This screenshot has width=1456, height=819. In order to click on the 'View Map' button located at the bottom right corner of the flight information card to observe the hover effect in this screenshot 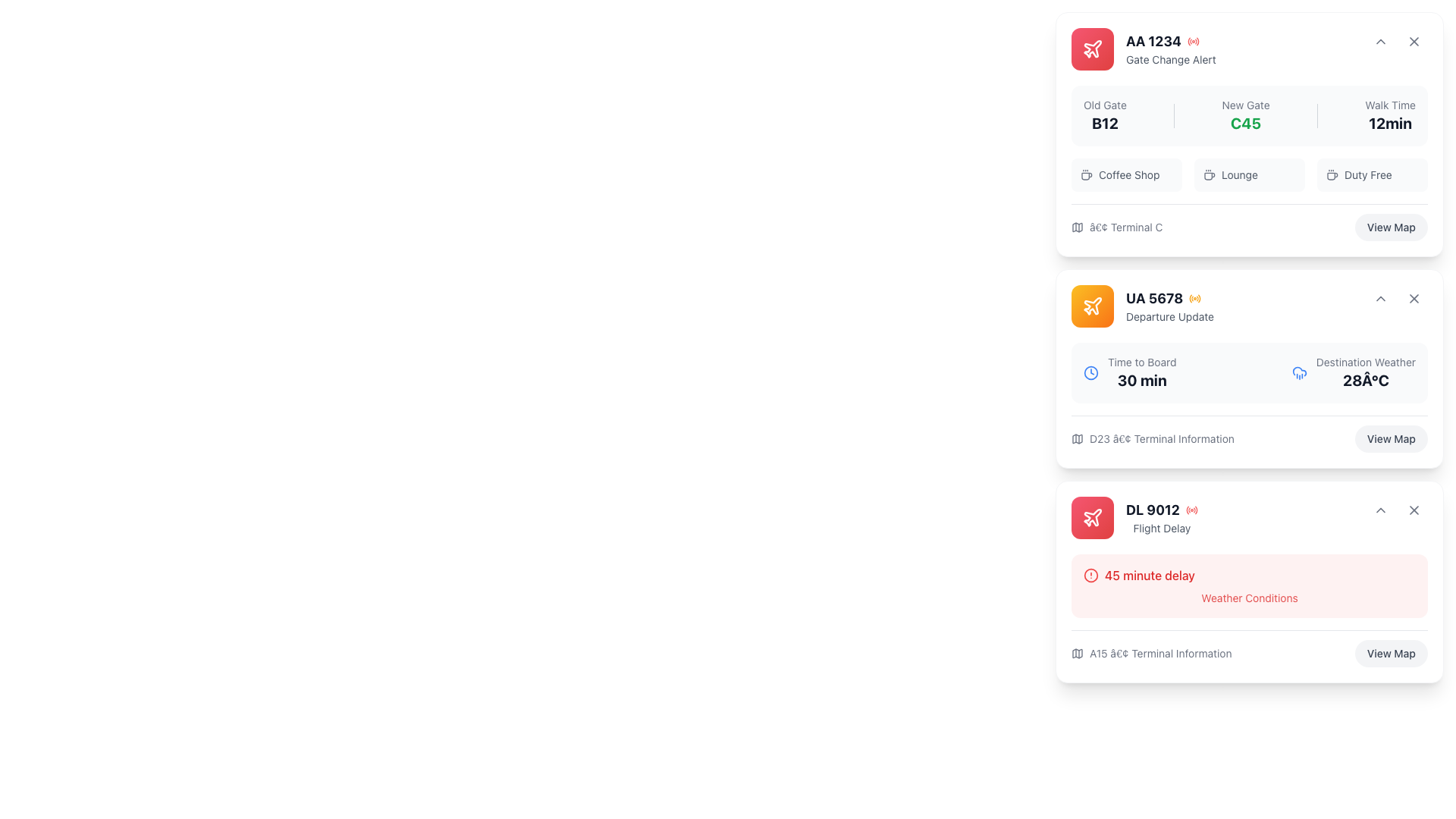, I will do `click(1391, 227)`.